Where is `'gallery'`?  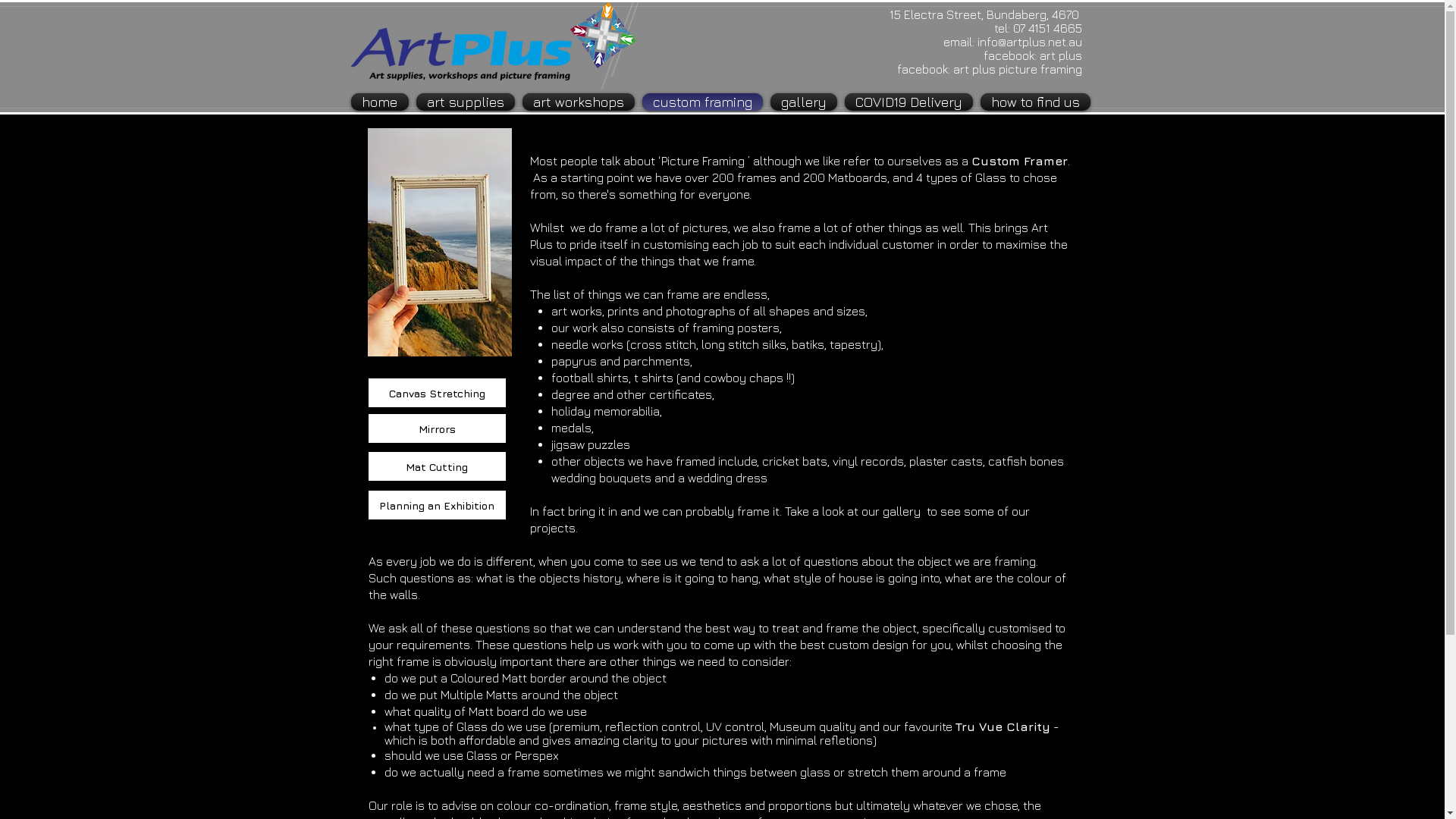
'gallery' is located at coordinates (802, 102).